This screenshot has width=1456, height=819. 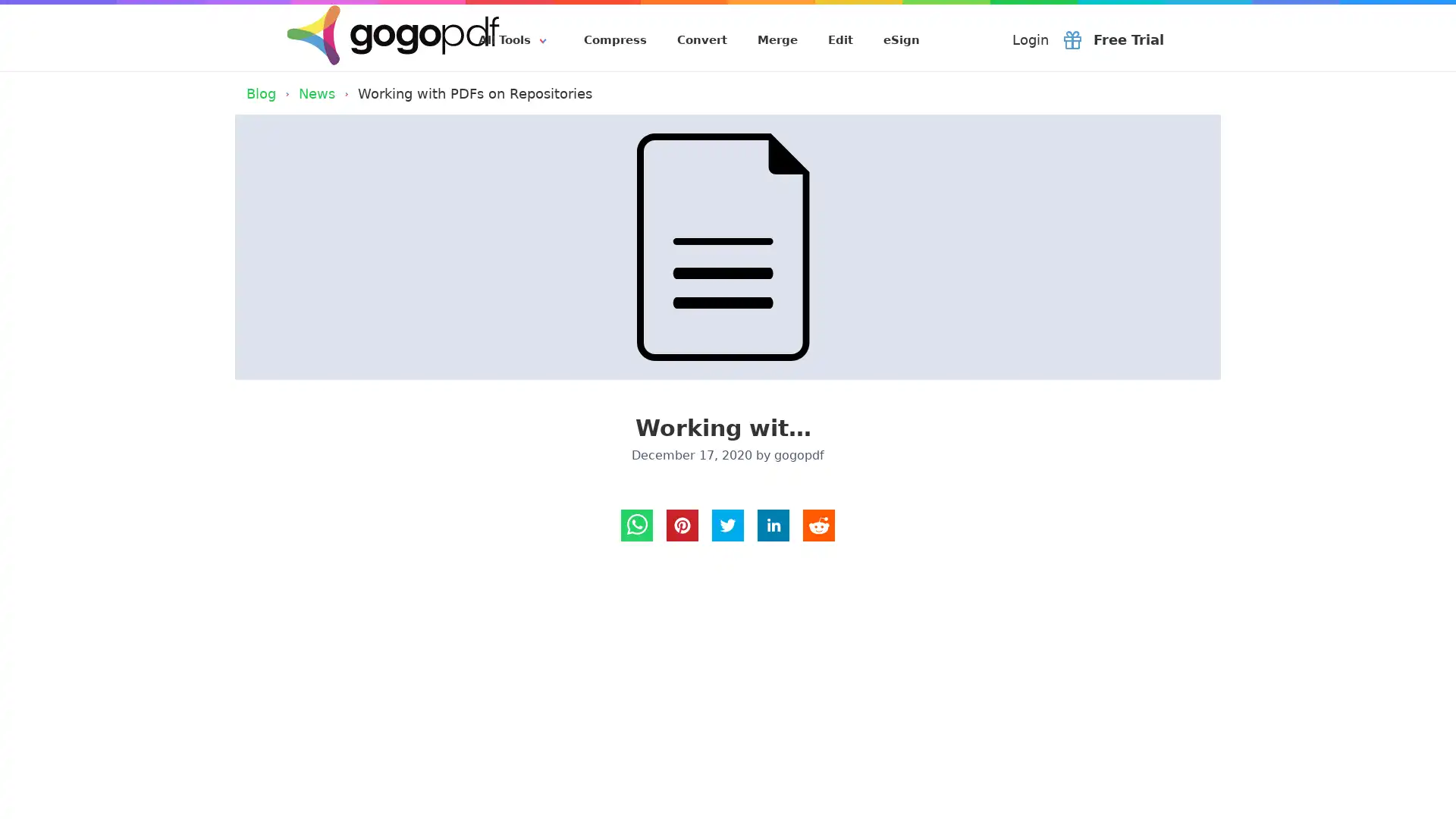 I want to click on Blog, so click(x=261, y=93).